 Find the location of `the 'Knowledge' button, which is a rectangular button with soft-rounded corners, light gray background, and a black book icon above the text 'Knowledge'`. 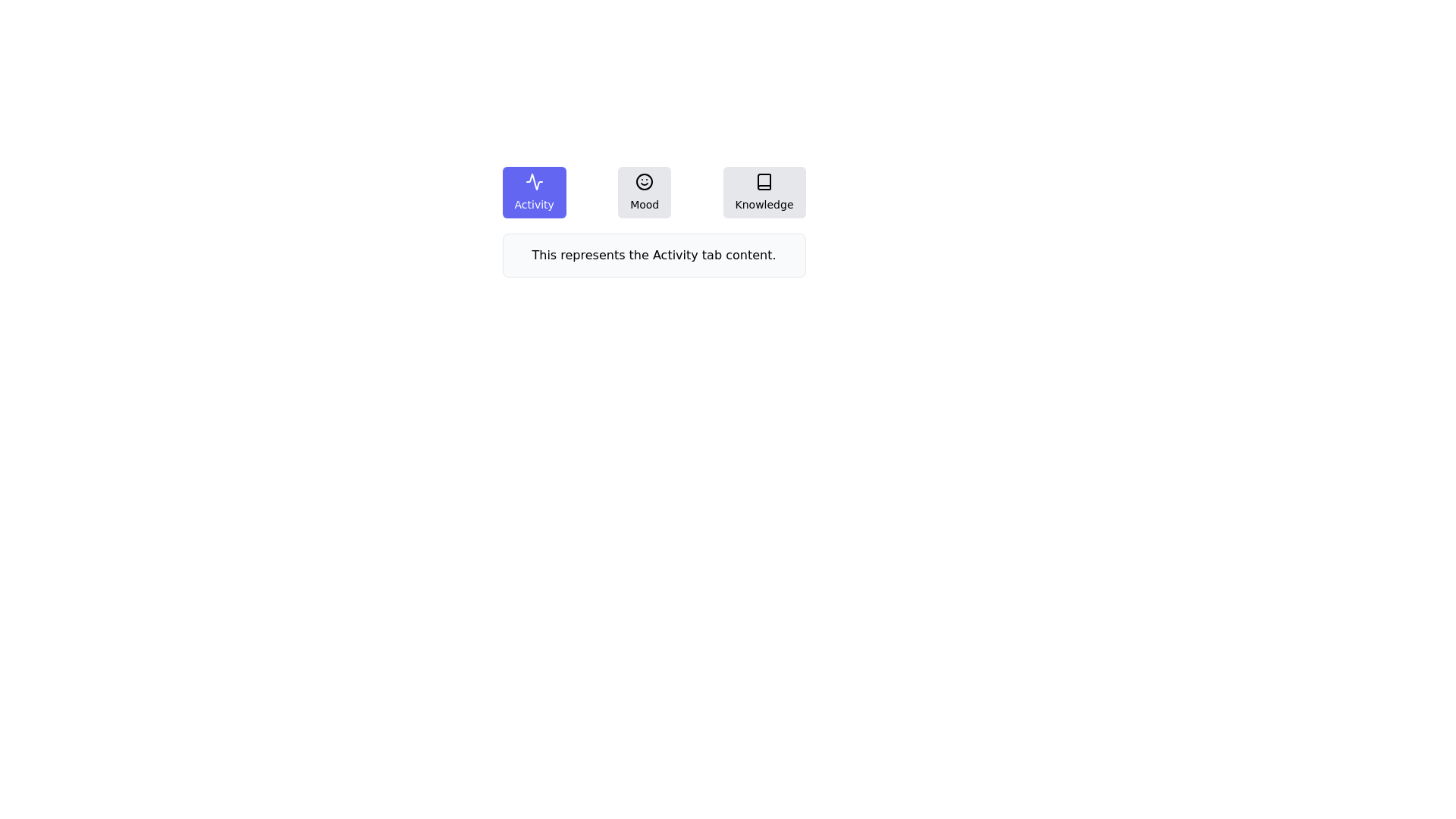

the 'Knowledge' button, which is a rectangular button with soft-rounded corners, light gray background, and a black book icon above the text 'Knowledge' is located at coordinates (764, 192).